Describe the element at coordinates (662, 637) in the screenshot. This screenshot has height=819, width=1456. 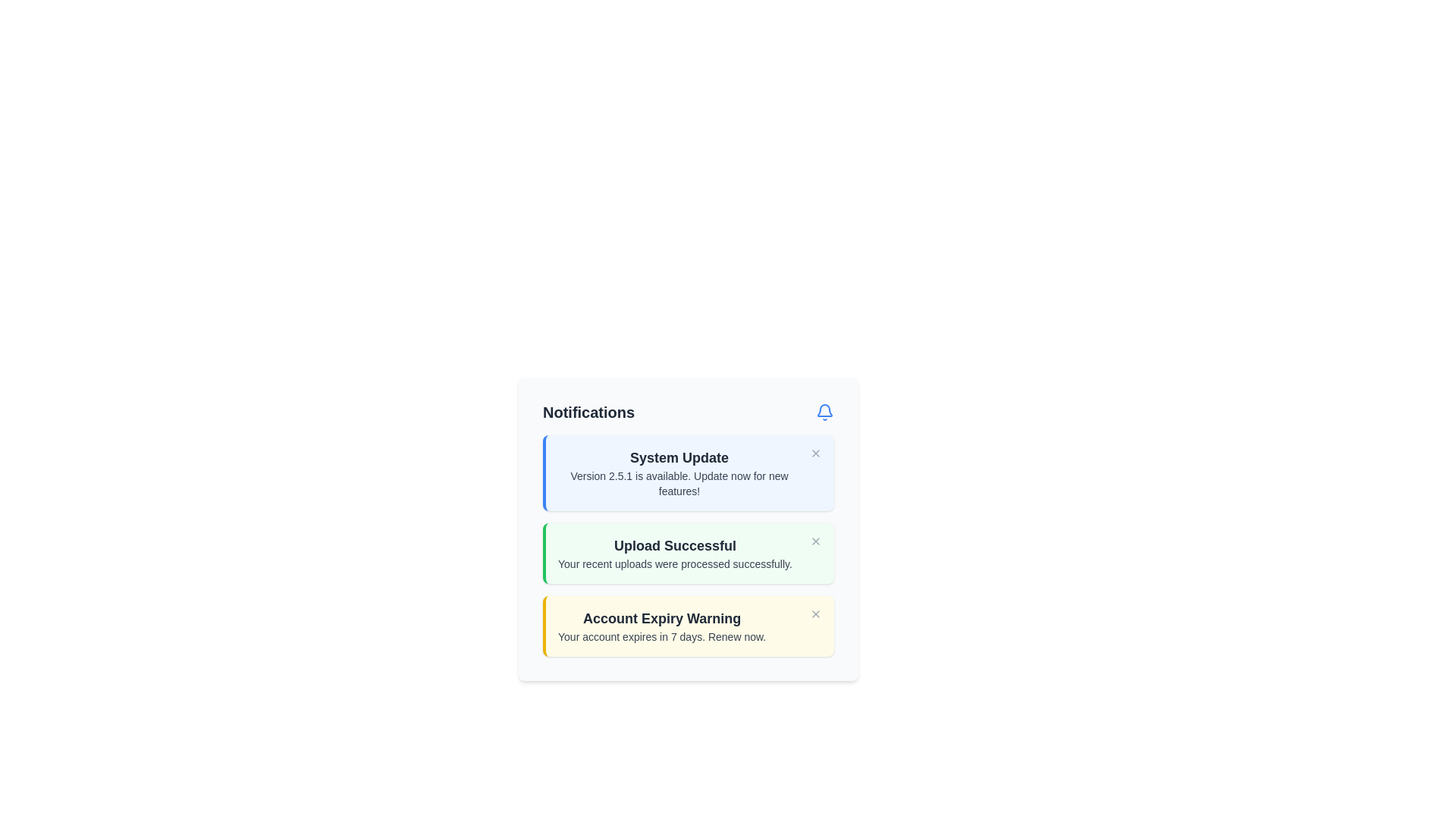
I see `the text label that reads 'Your account expires in 7 days. Renew now.' which is styled in a smaller gray font and is located under the heading 'Account Expiry Warning' within a yellow-bordered notification card` at that location.